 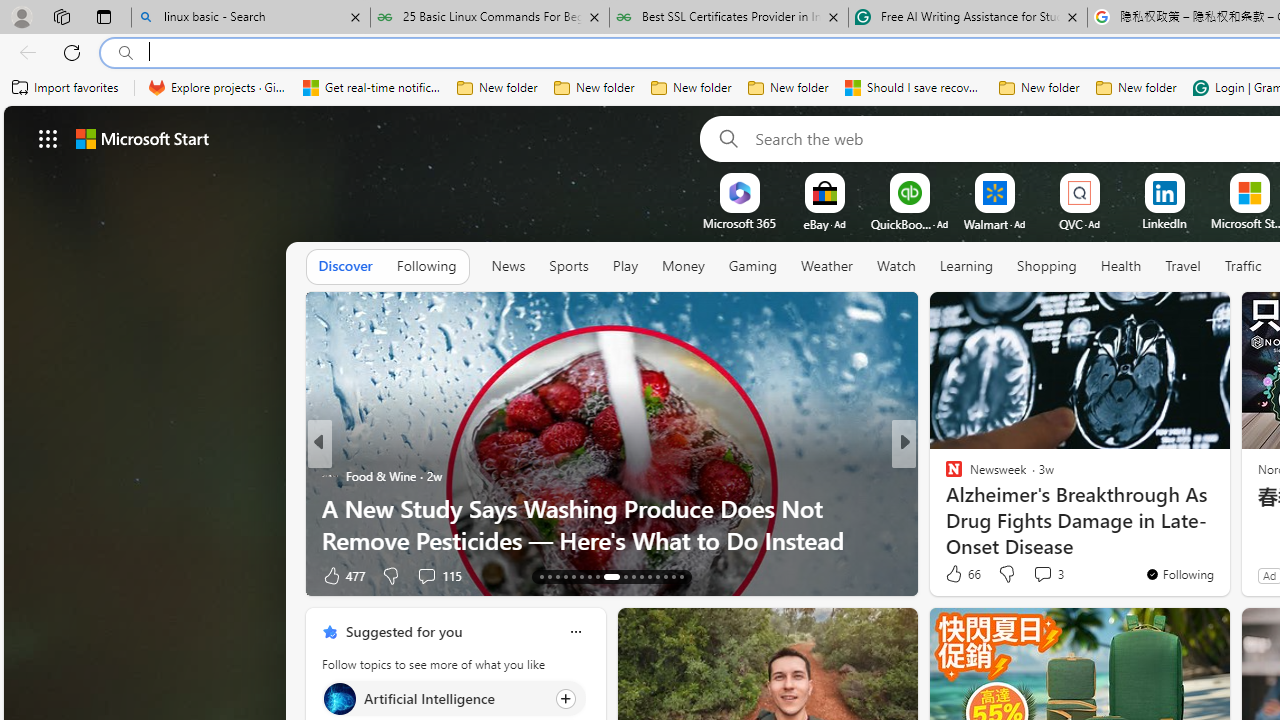 What do you see at coordinates (1136, 87) in the screenshot?
I see `'New folder'` at bounding box center [1136, 87].